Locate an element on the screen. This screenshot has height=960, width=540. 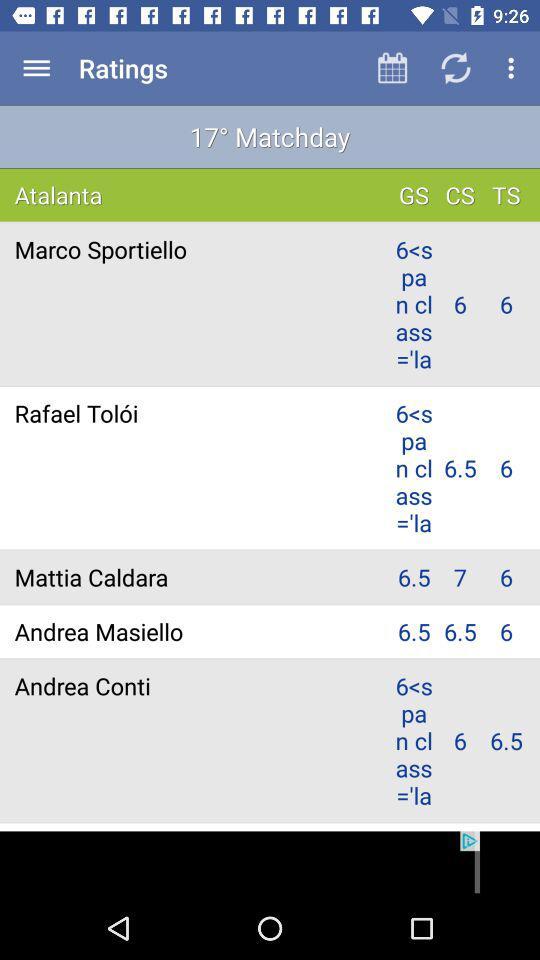
advertising is located at coordinates (270, 863).